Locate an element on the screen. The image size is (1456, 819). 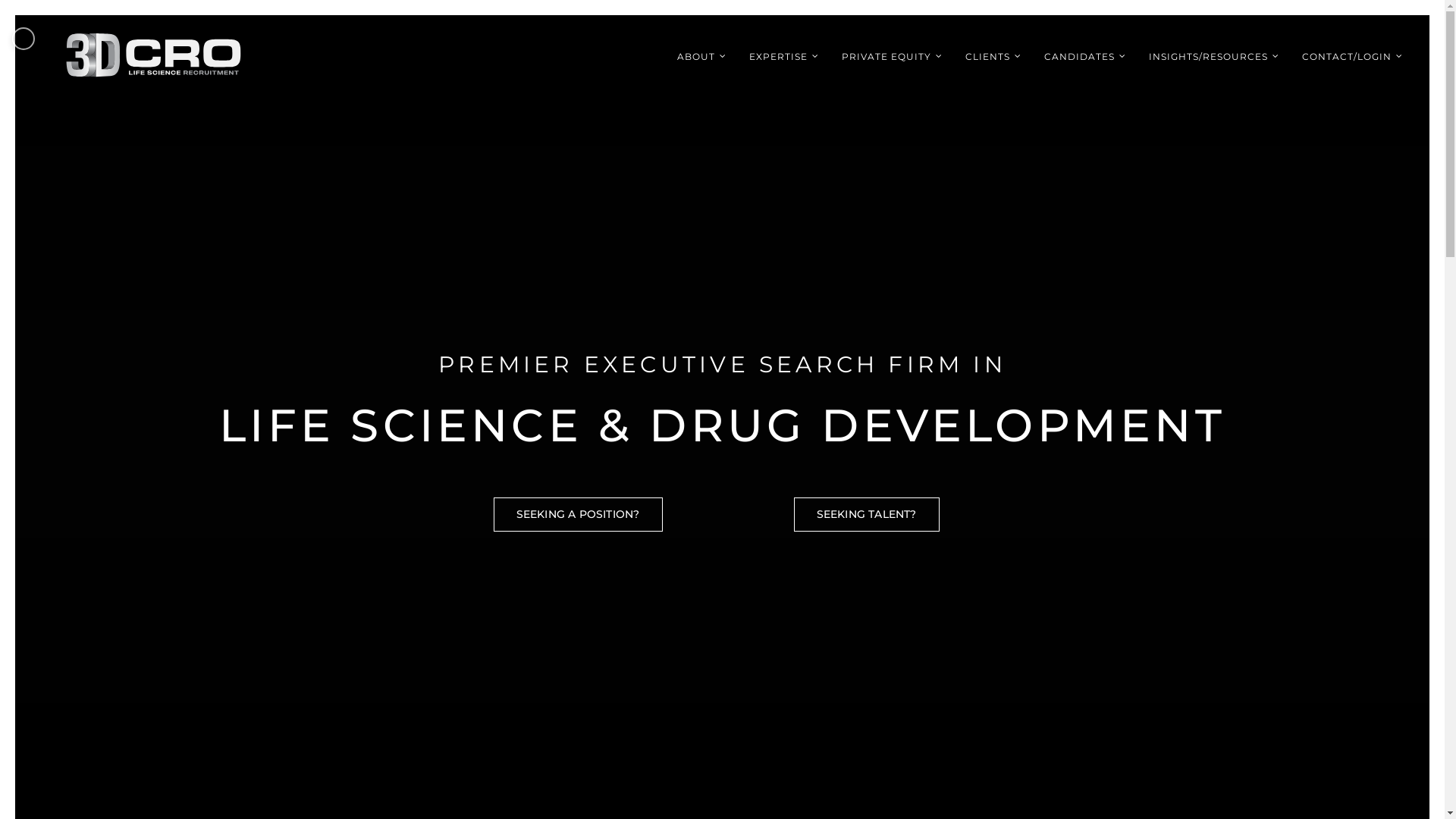
'SEEKING A POSITION?' is located at coordinates (576, 513).